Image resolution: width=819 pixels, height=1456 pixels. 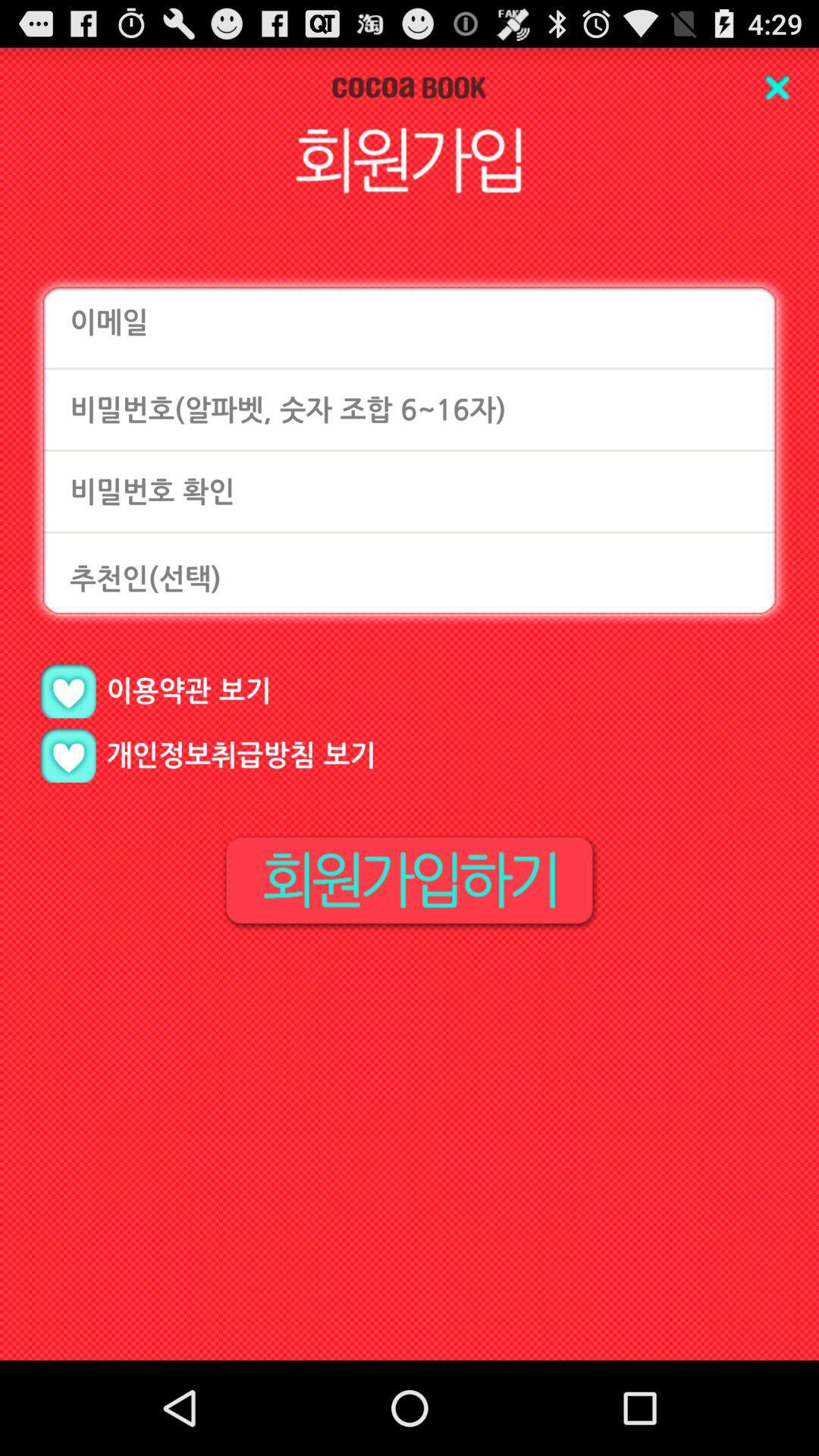 What do you see at coordinates (67, 755) in the screenshot?
I see `like option` at bounding box center [67, 755].